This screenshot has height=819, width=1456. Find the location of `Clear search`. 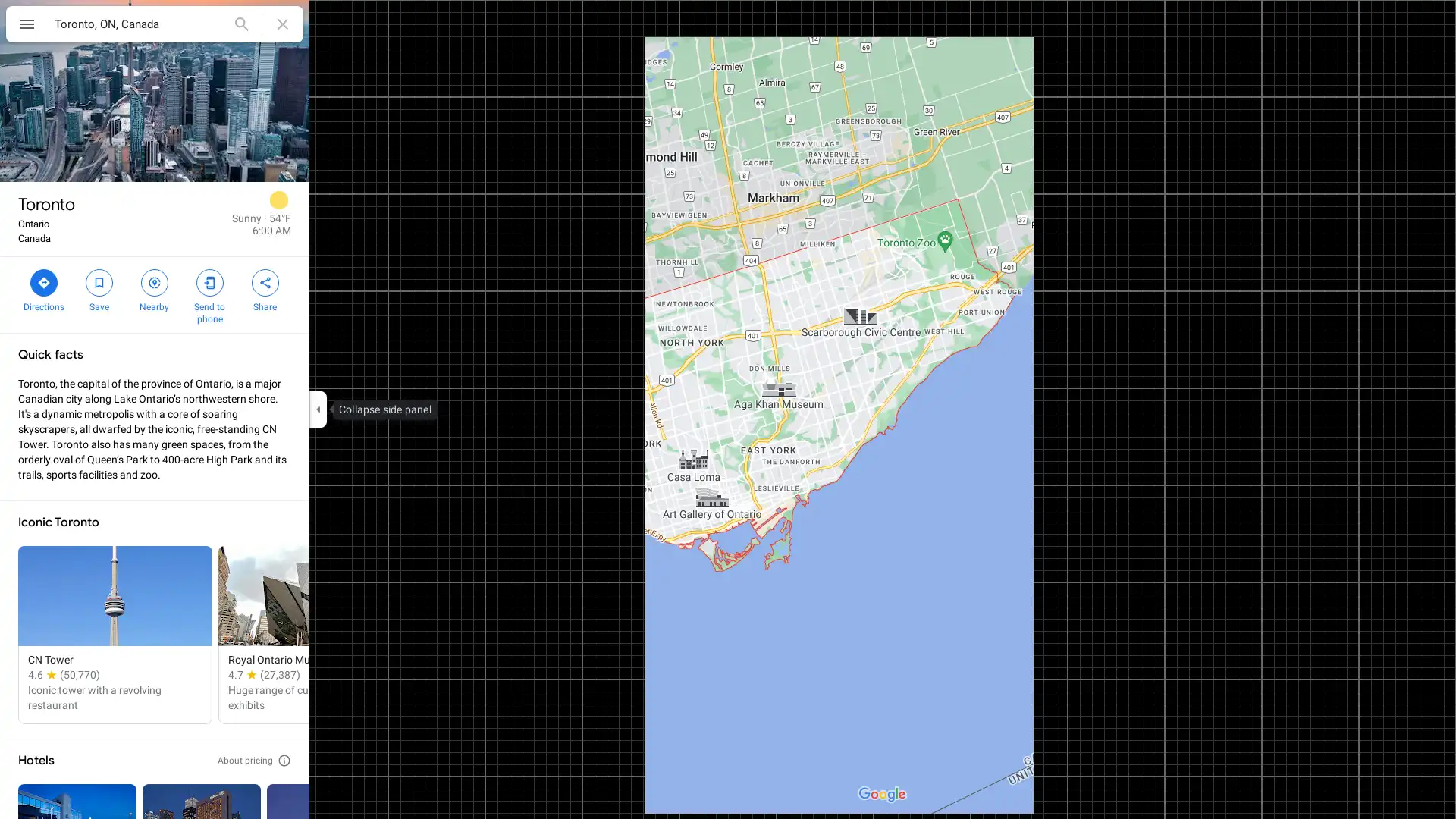

Clear search is located at coordinates (283, 24).